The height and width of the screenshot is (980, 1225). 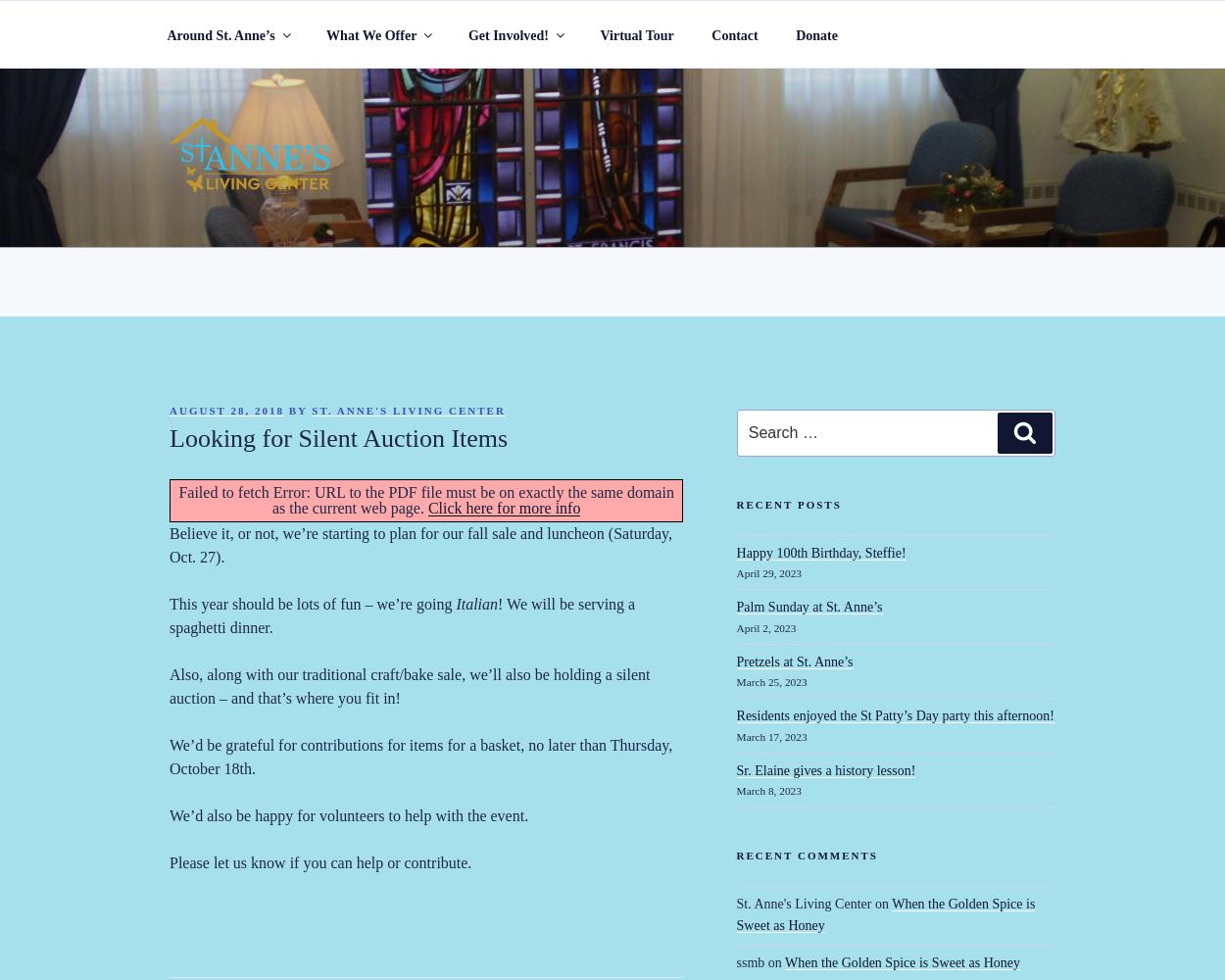 I want to click on 'Believe it, or not, we’re starting to plan for our fall sale and luncheon (Saturday, Oct. 27).', so click(x=420, y=545).